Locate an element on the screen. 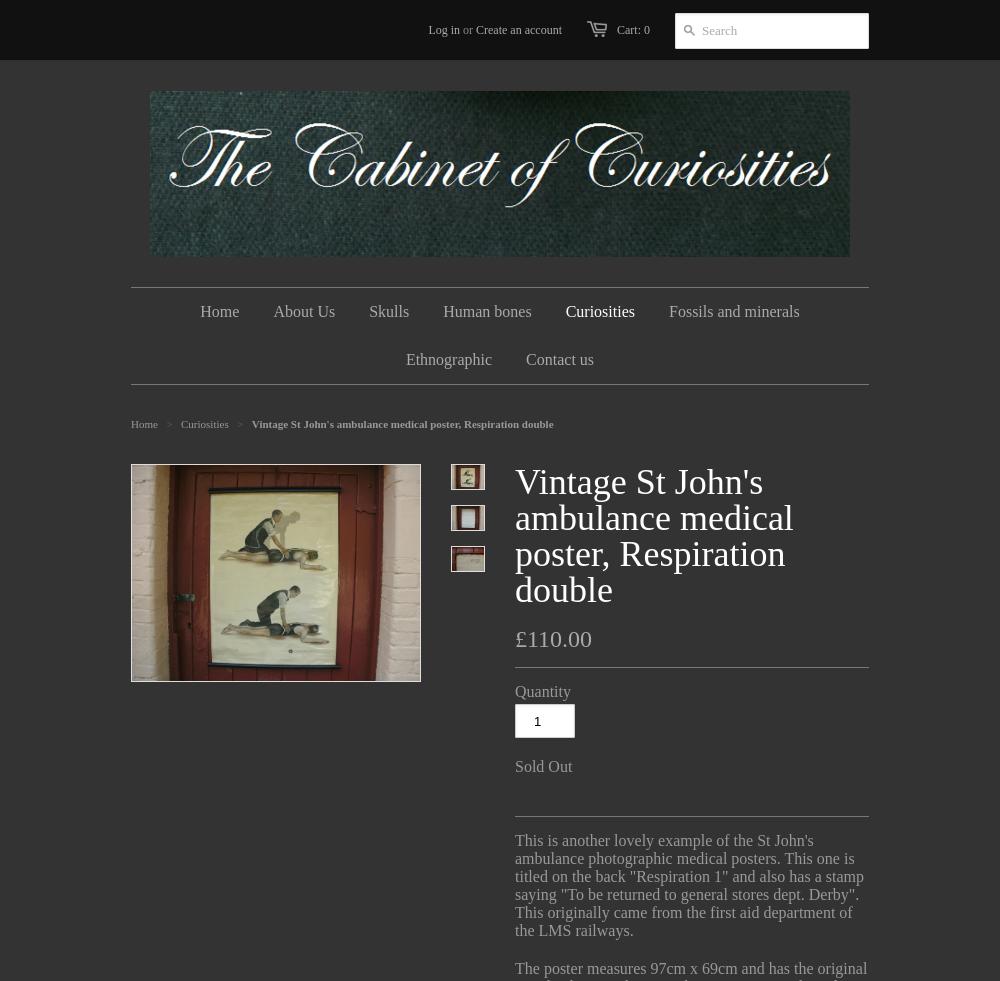 Image resolution: width=1000 pixels, height=981 pixels. 'Sold Out' is located at coordinates (543, 766).